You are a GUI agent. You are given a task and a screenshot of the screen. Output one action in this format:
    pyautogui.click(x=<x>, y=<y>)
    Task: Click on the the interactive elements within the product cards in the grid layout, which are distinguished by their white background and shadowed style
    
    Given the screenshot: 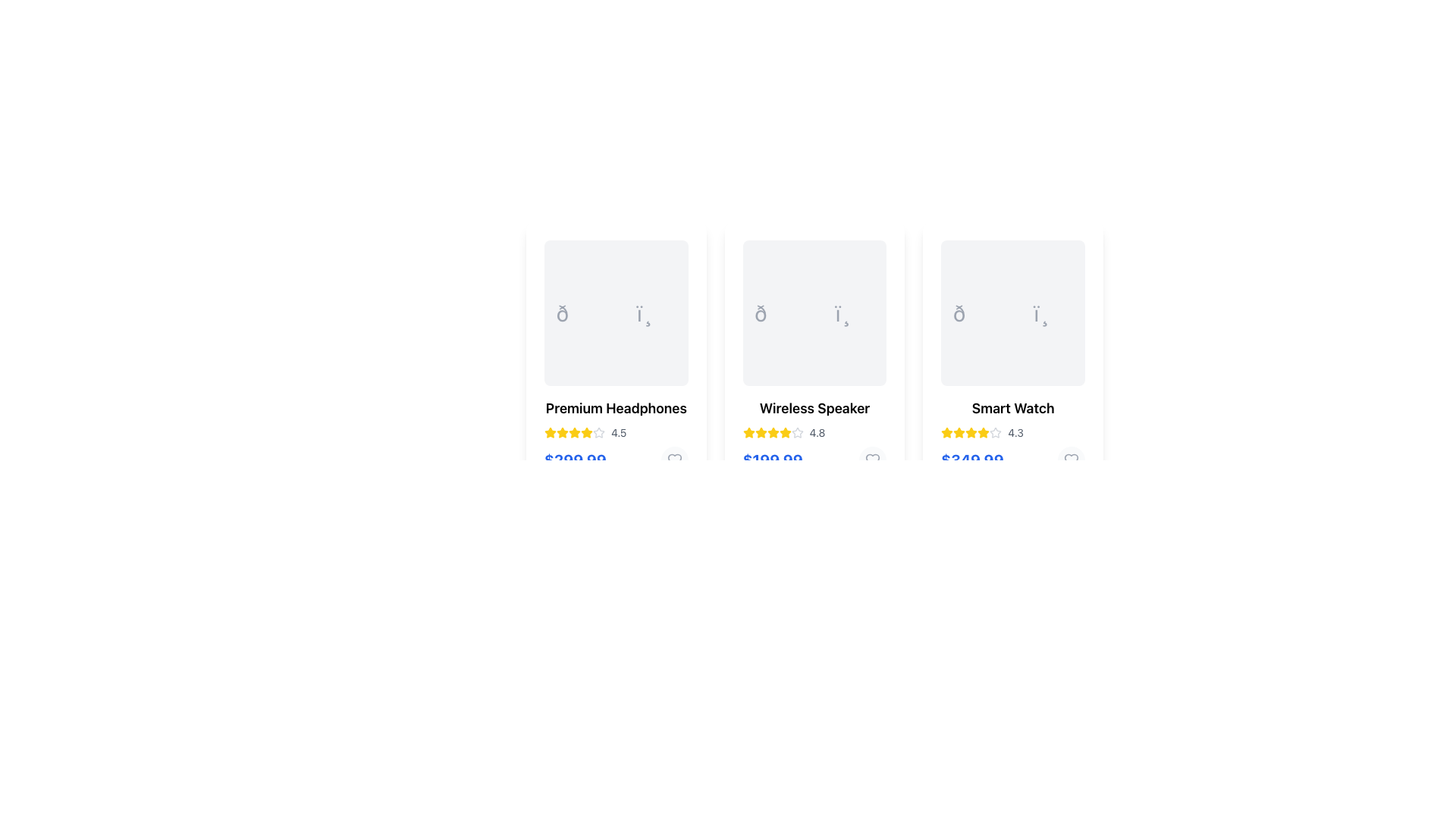 What is the action you would take?
    pyautogui.click(x=814, y=356)
    